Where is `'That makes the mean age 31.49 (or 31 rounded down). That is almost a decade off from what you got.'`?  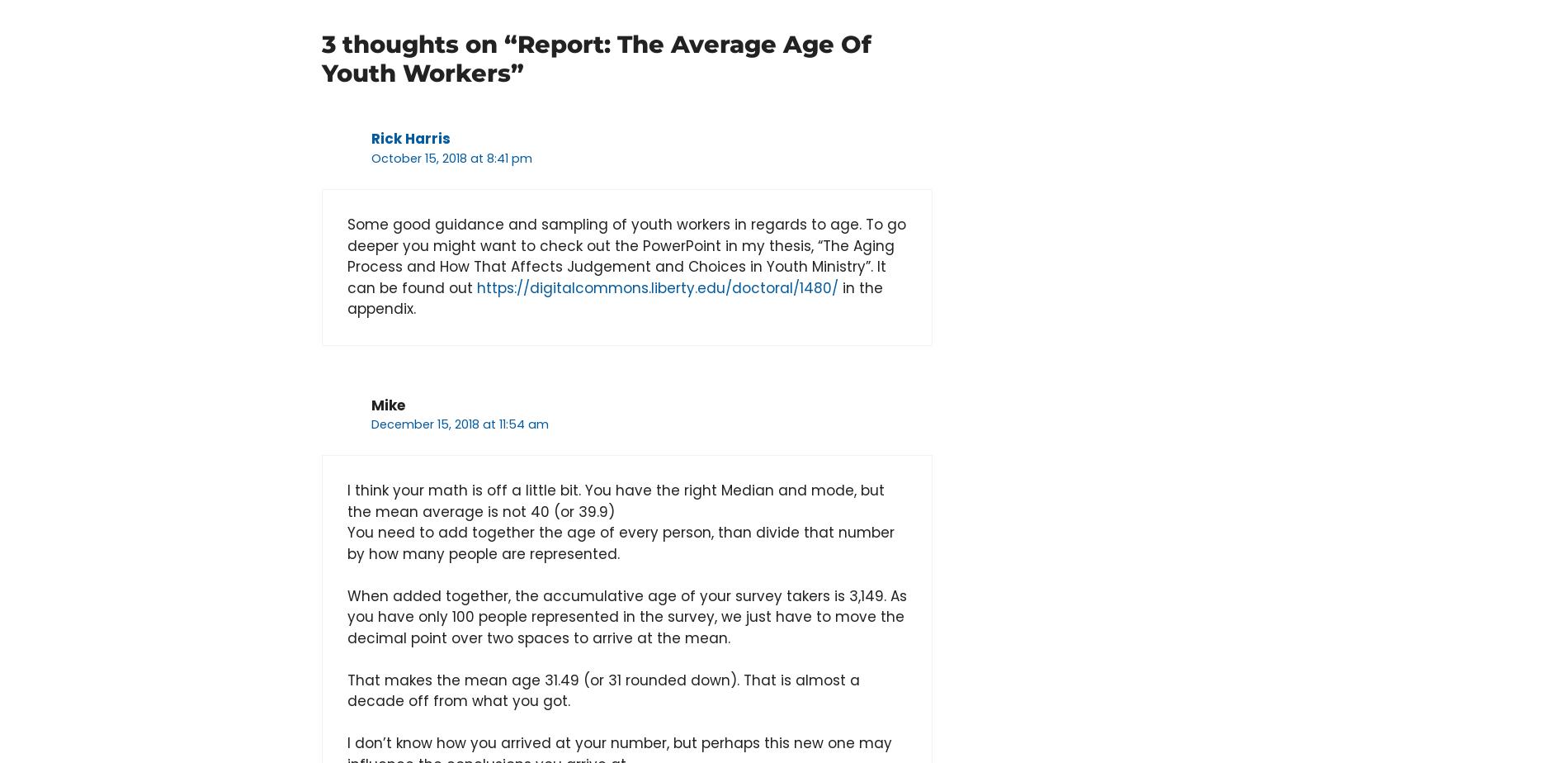 'That makes the mean age 31.49 (or 31 rounded down). That is almost a decade off from what you got.' is located at coordinates (347, 690).